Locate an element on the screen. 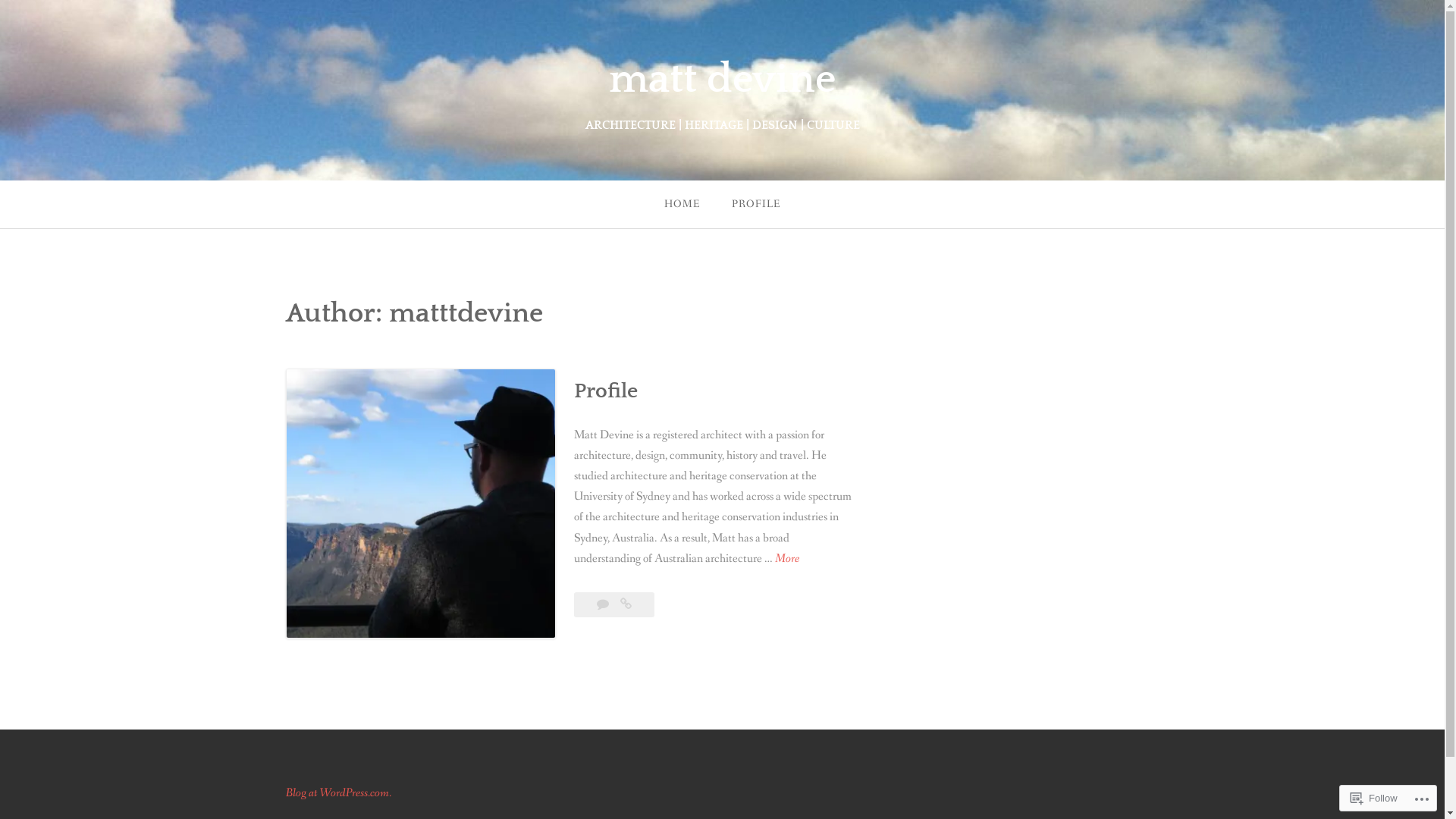 The image size is (1456, 819). 'HOME' is located at coordinates (648, 203).